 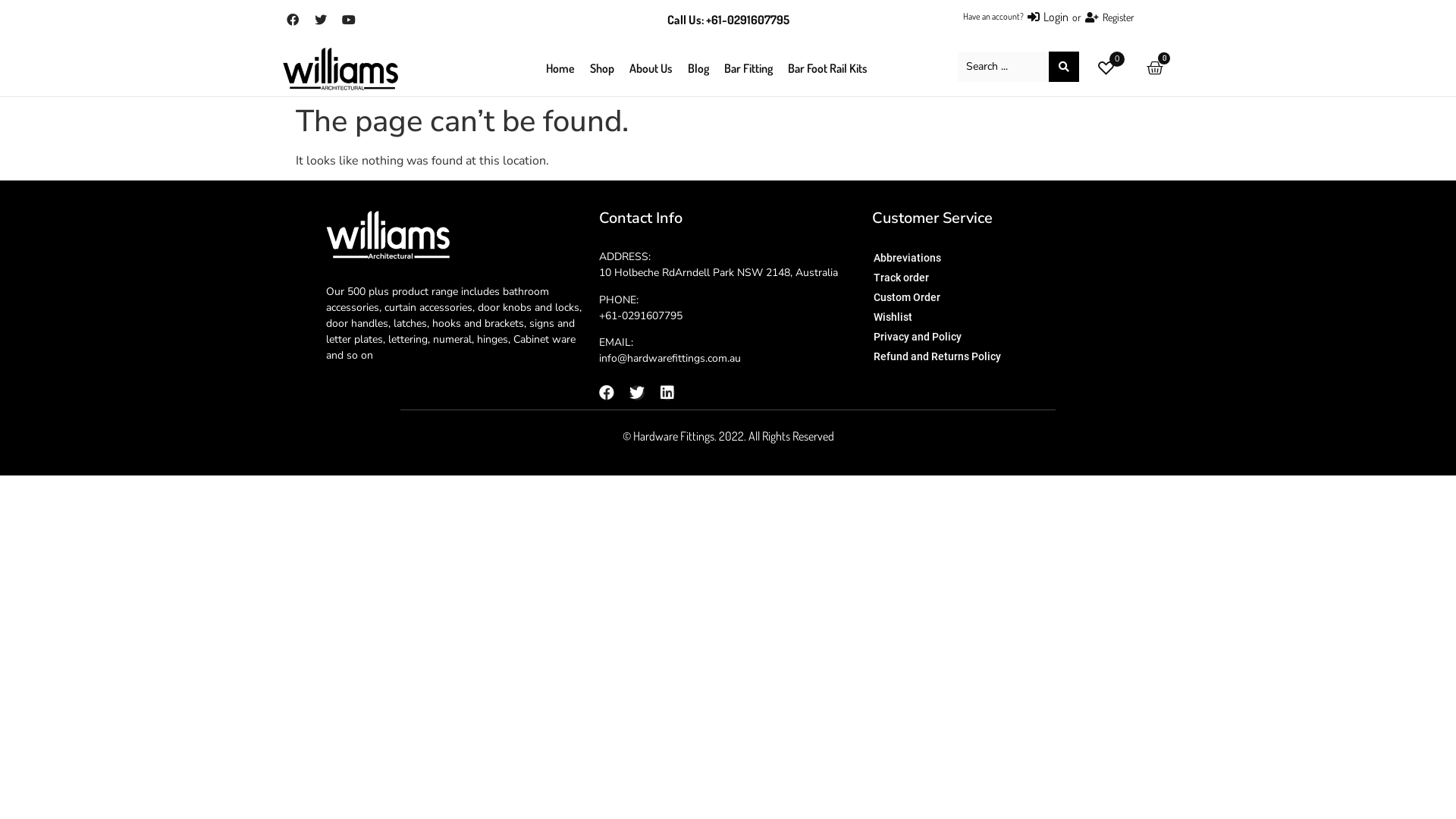 What do you see at coordinates (601, 66) in the screenshot?
I see `'Shop'` at bounding box center [601, 66].